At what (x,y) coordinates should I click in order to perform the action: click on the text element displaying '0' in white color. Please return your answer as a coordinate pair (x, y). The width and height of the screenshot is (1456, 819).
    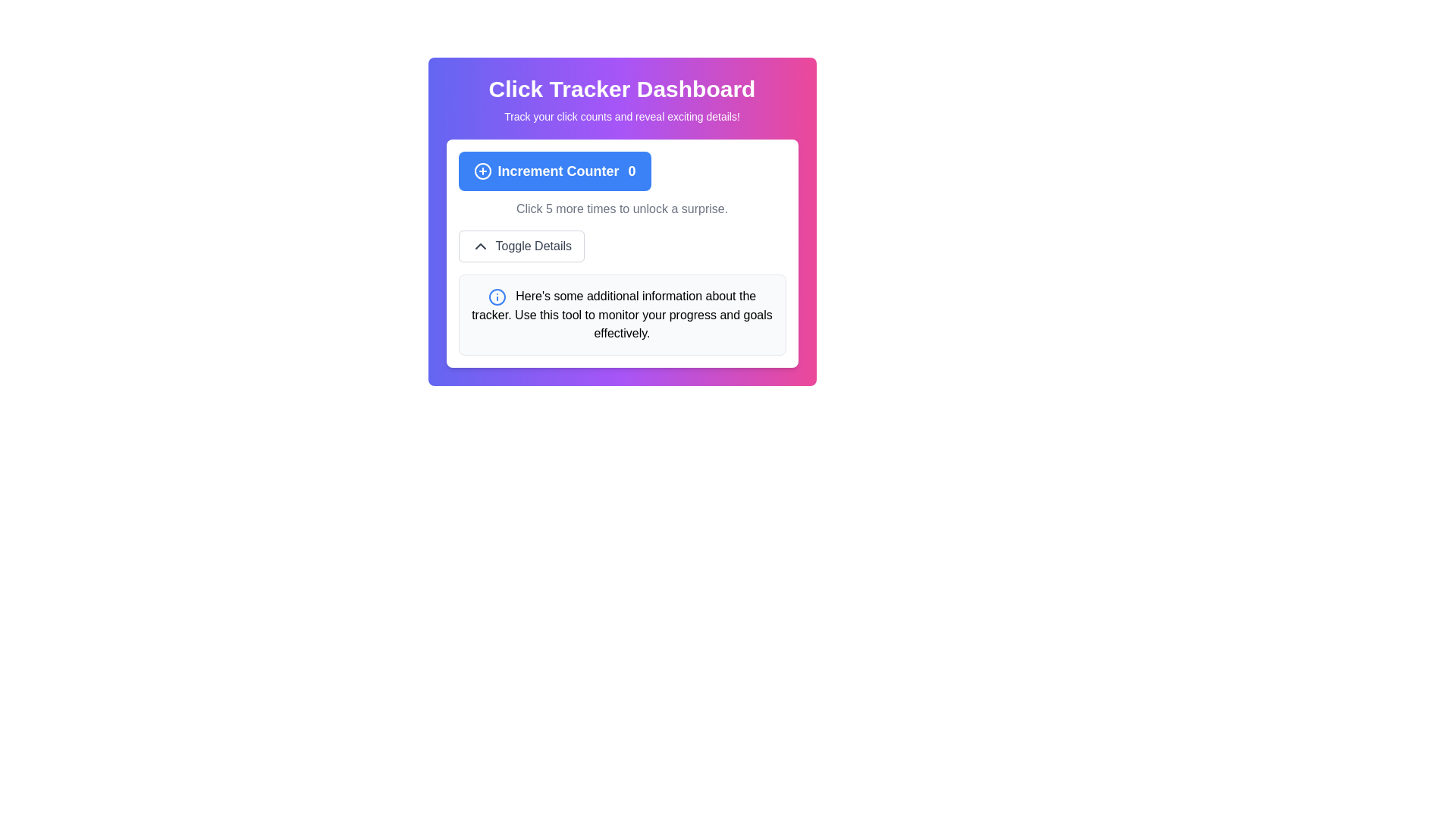
    Looking at the image, I should click on (632, 171).